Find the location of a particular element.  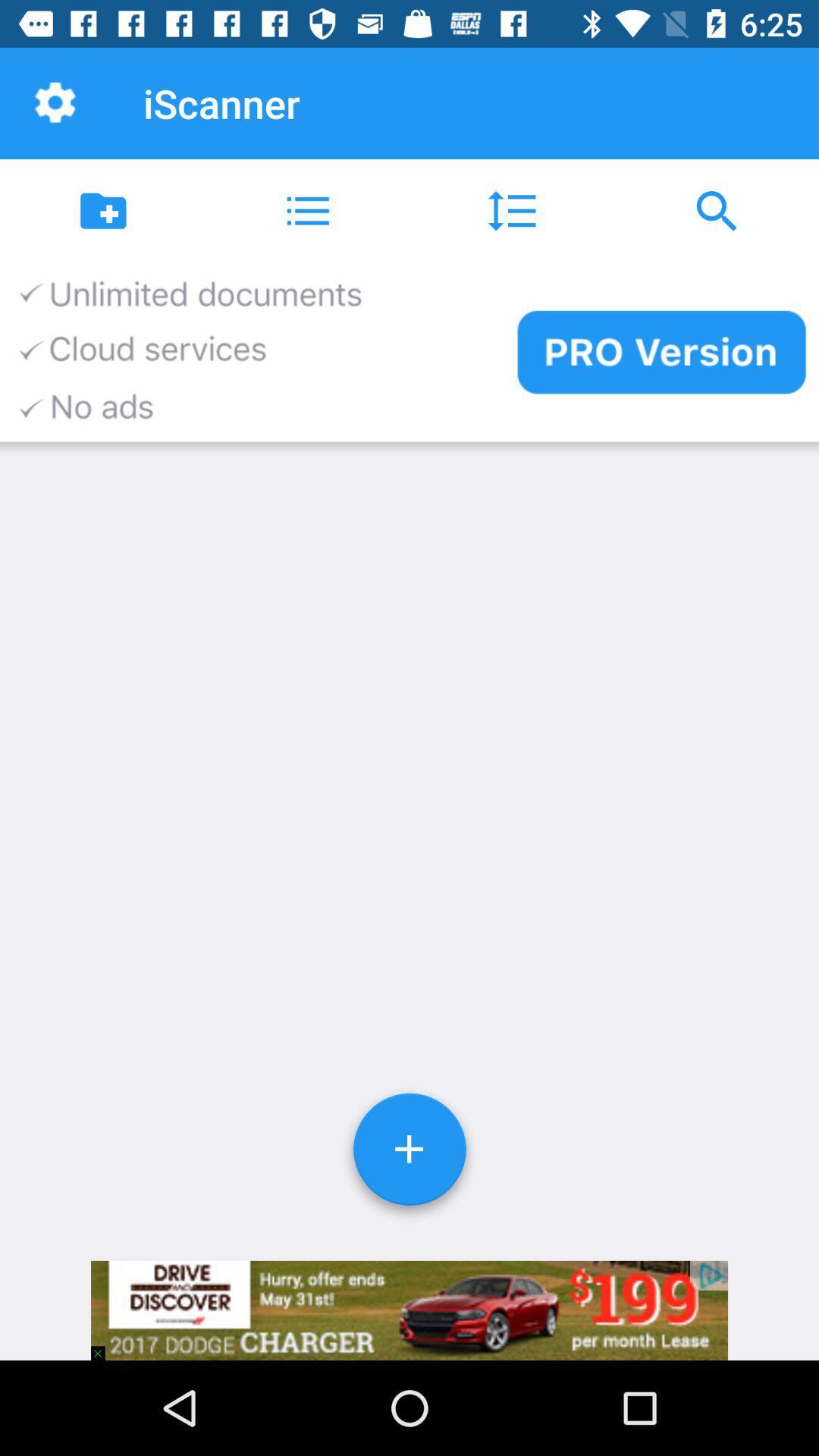

the item to the left of iscanner item is located at coordinates (55, 102).